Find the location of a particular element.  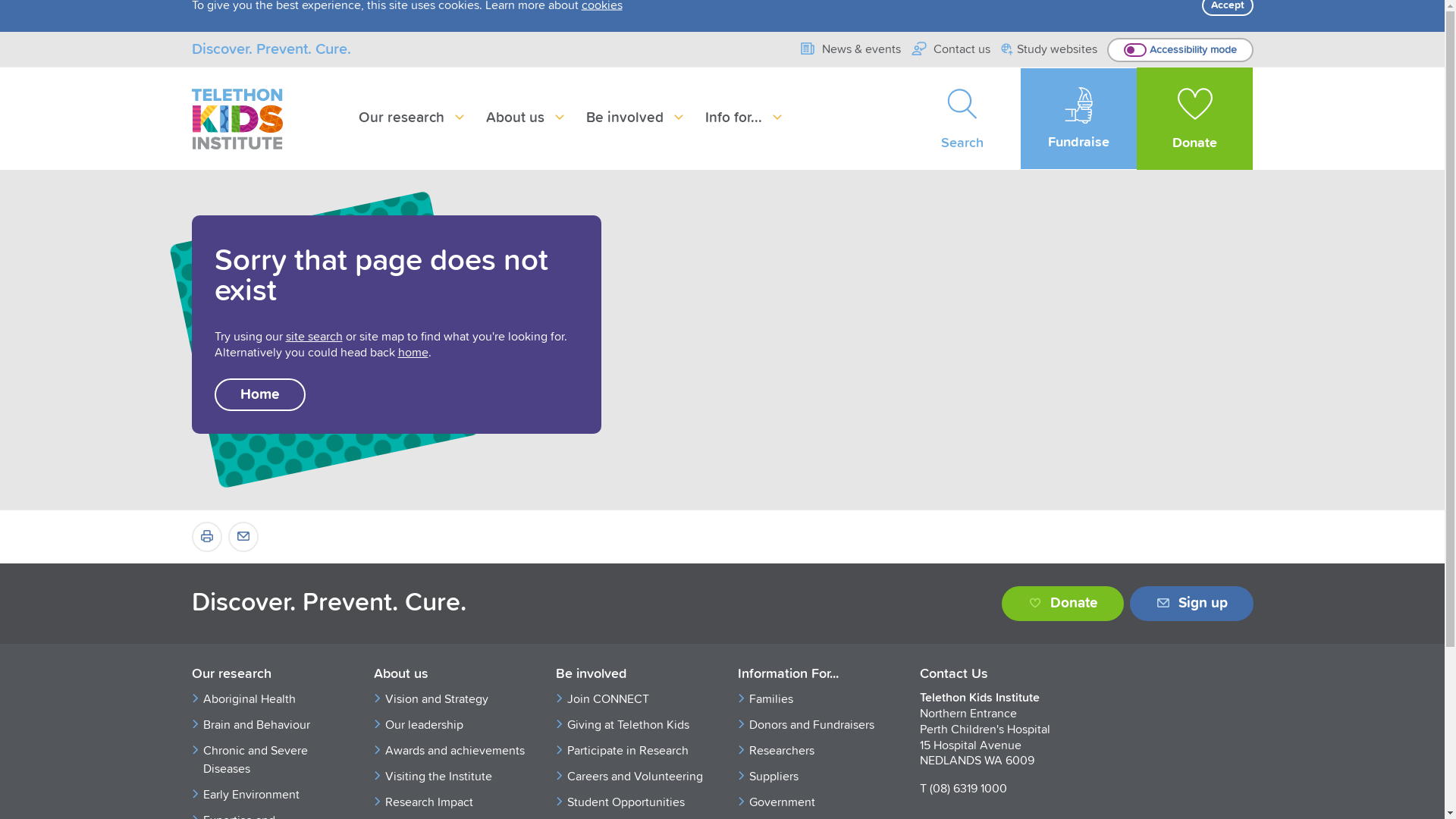

'Suppliers' is located at coordinates (818, 776).